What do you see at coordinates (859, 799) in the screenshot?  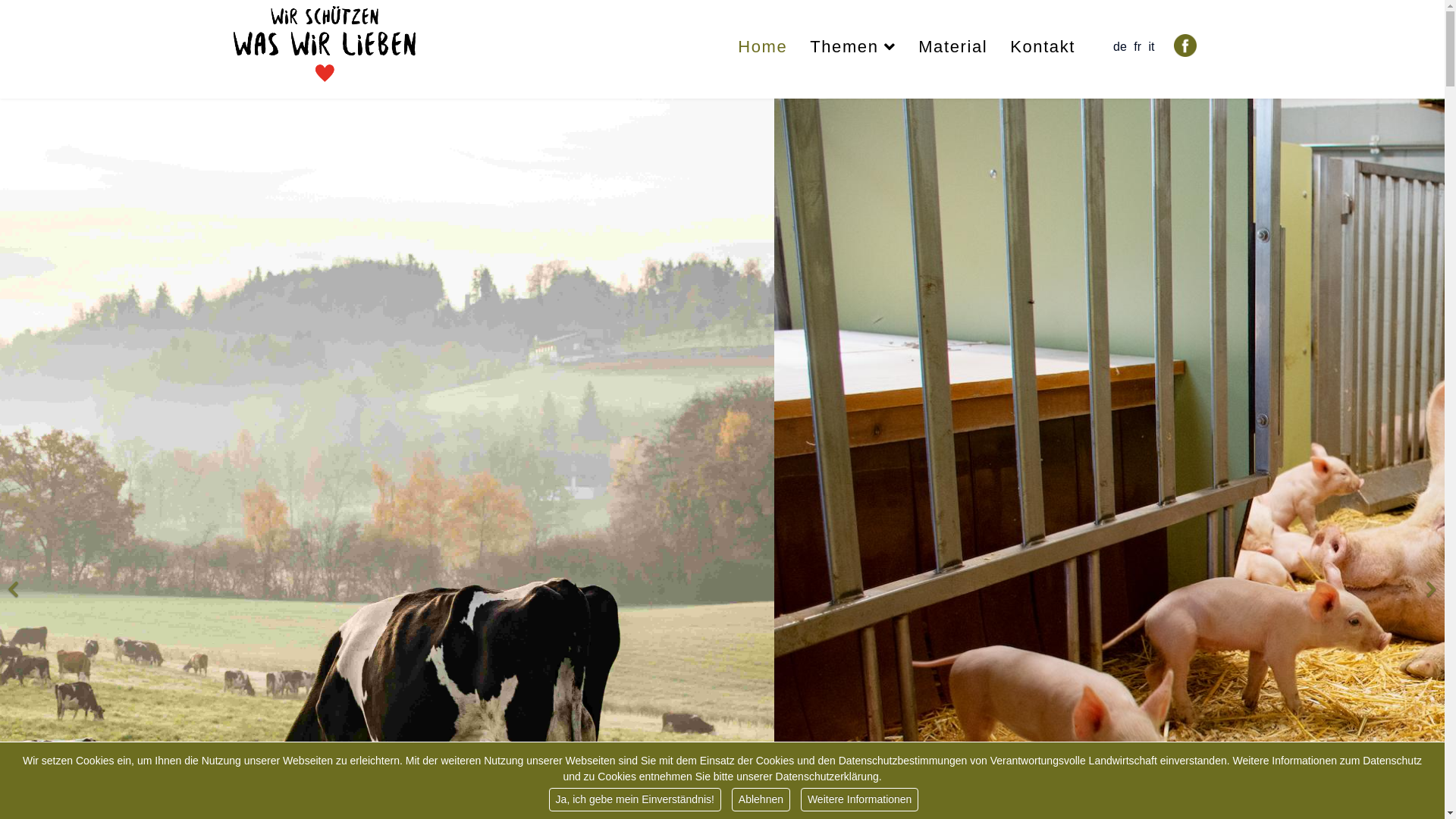 I see `'Weitere Informationen'` at bounding box center [859, 799].